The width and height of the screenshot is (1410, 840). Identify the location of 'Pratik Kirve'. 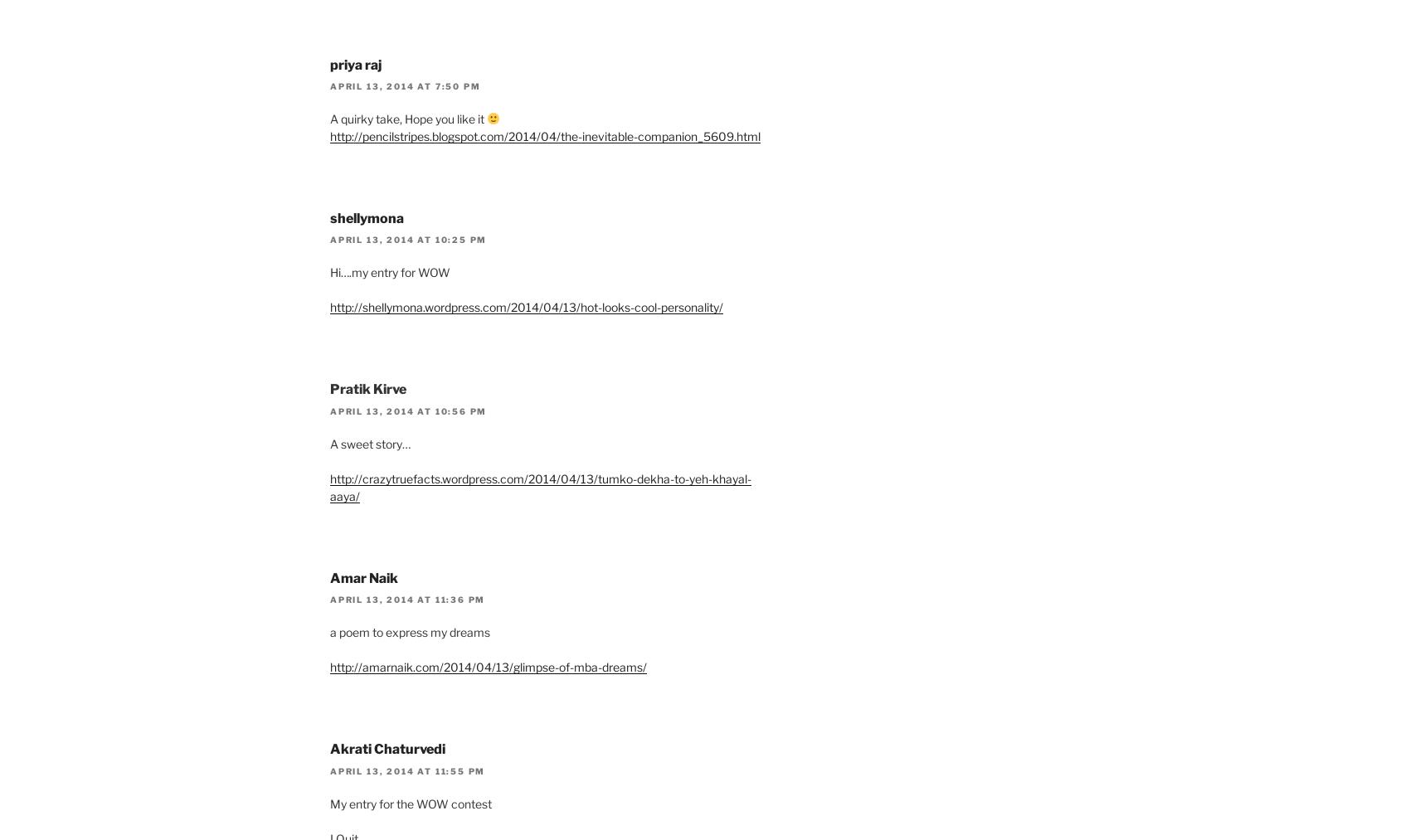
(328, 388).